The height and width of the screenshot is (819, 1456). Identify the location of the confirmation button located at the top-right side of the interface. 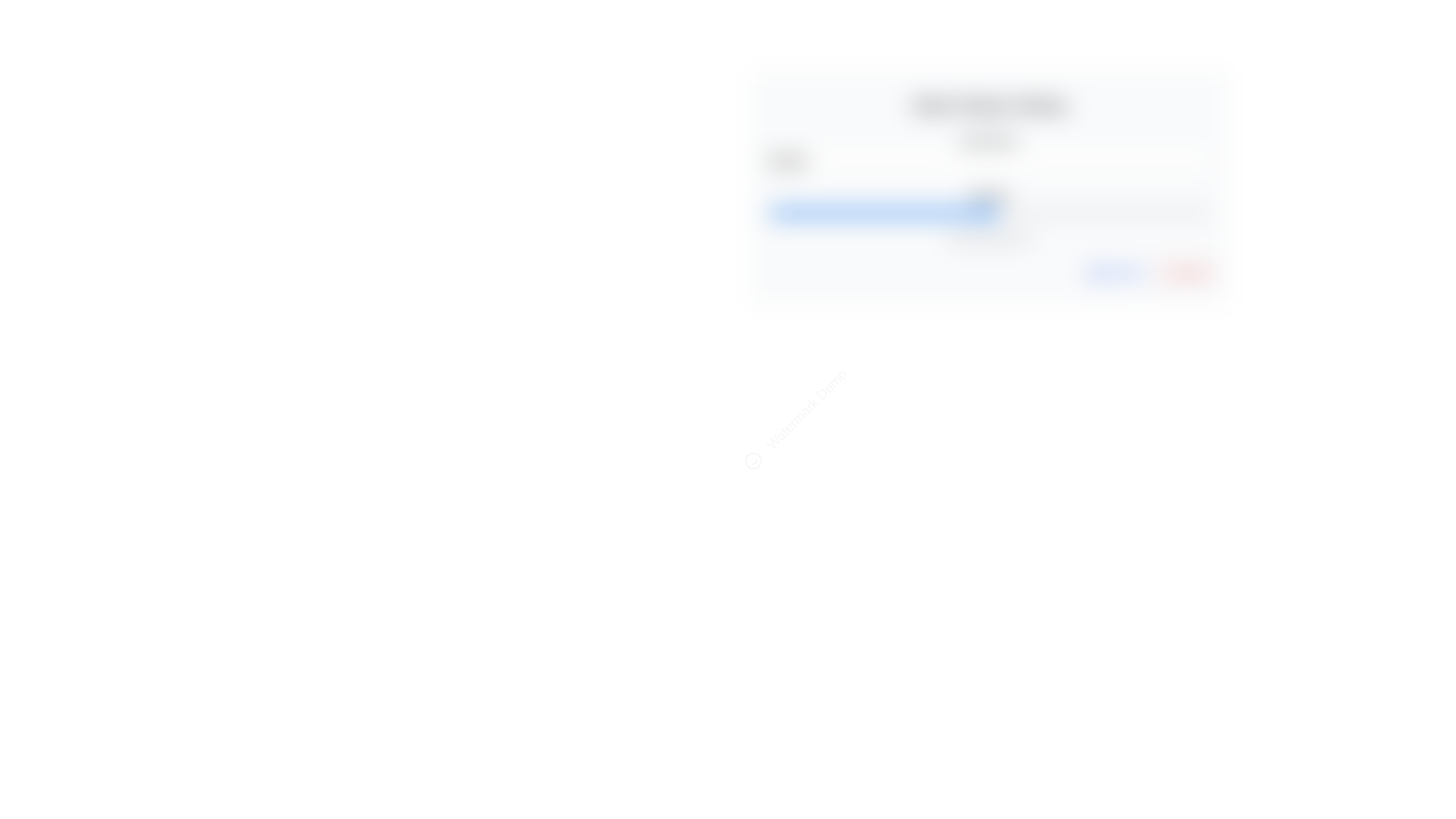
(1116, 271).